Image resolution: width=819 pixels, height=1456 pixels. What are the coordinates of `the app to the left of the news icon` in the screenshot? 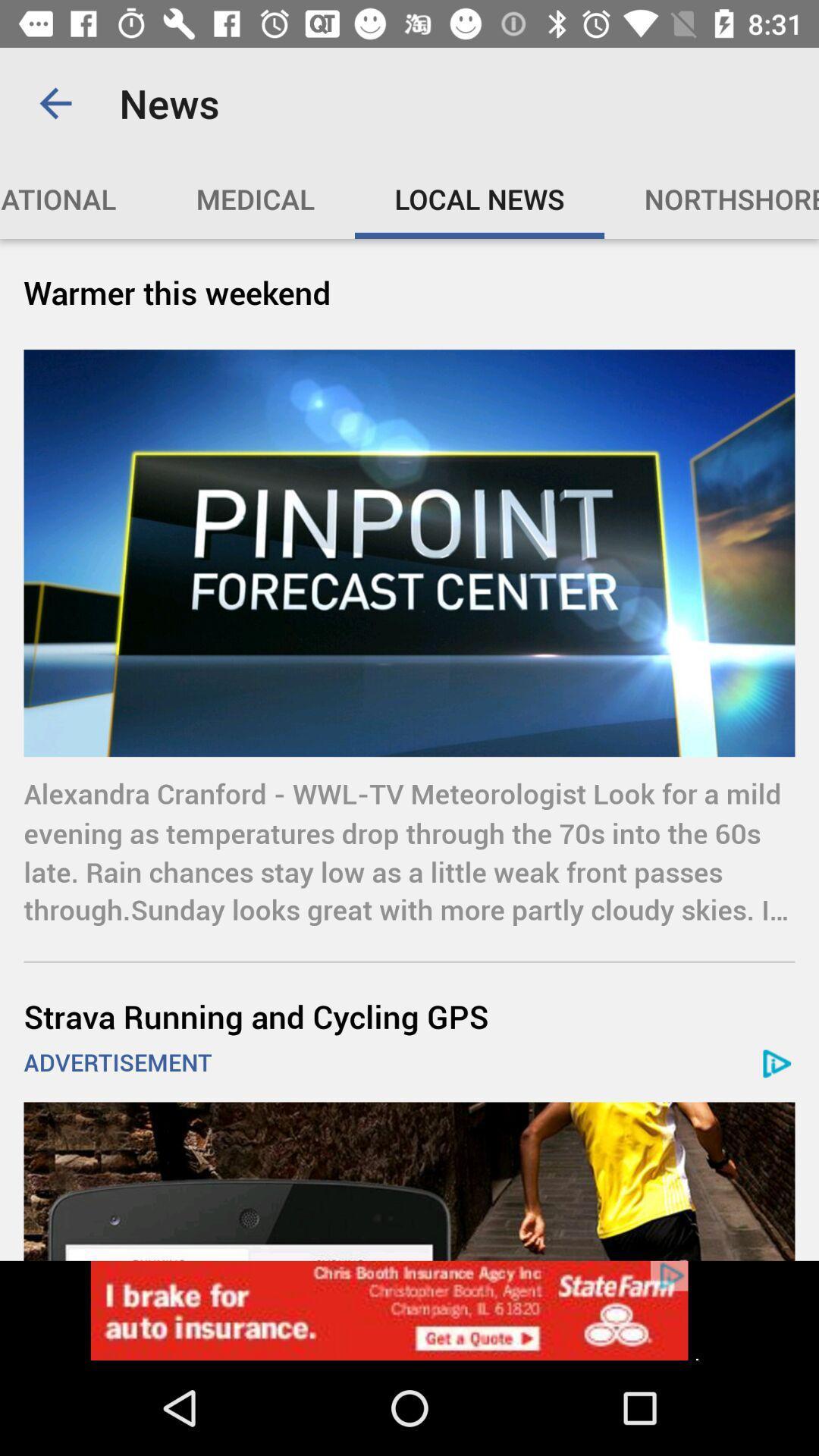 It's located at (55, 102).